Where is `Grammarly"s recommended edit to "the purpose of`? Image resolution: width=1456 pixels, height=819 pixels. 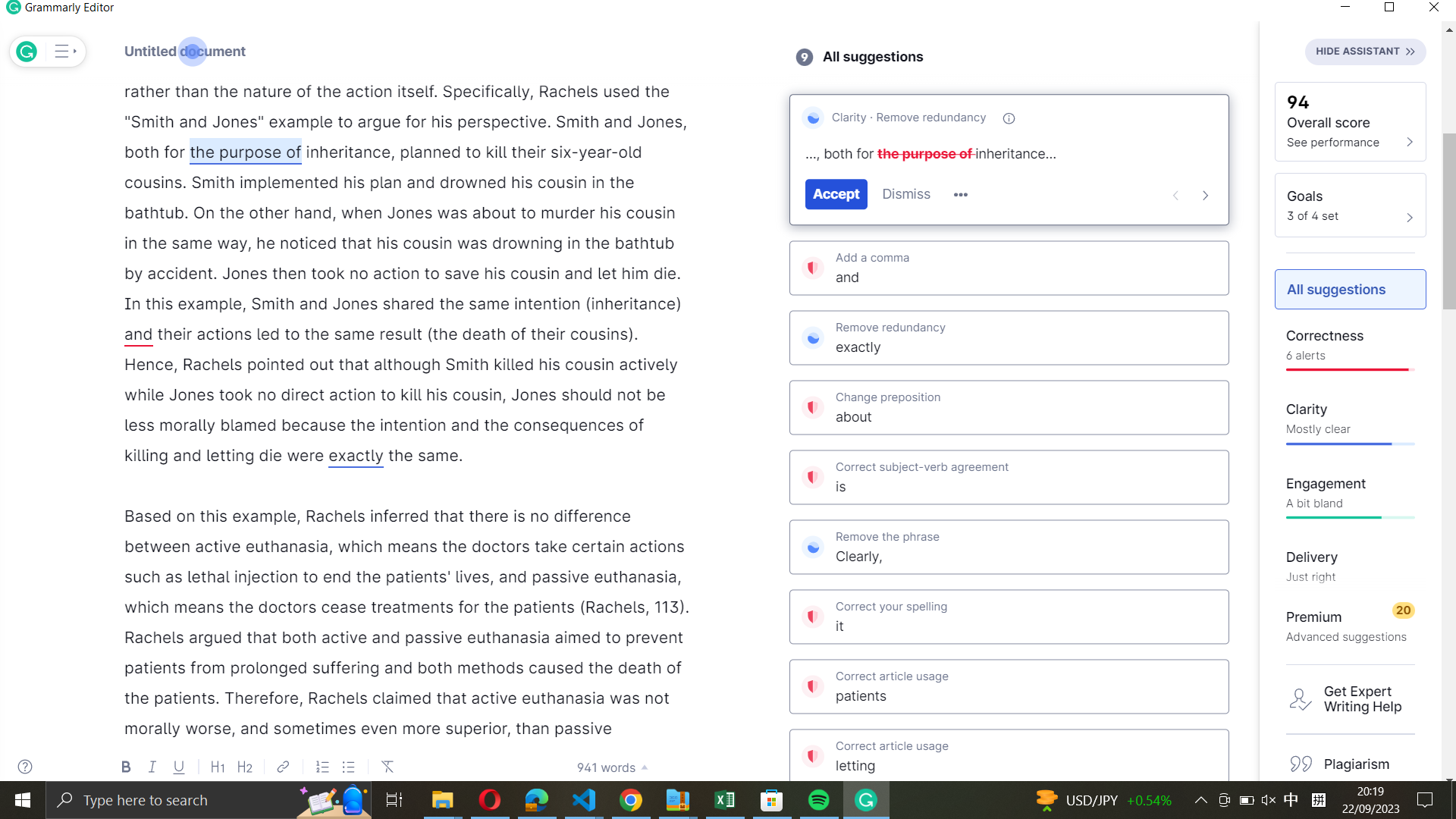 Grammarly"s recommended edit to "the purpose of is located at coordinates (834, 193).